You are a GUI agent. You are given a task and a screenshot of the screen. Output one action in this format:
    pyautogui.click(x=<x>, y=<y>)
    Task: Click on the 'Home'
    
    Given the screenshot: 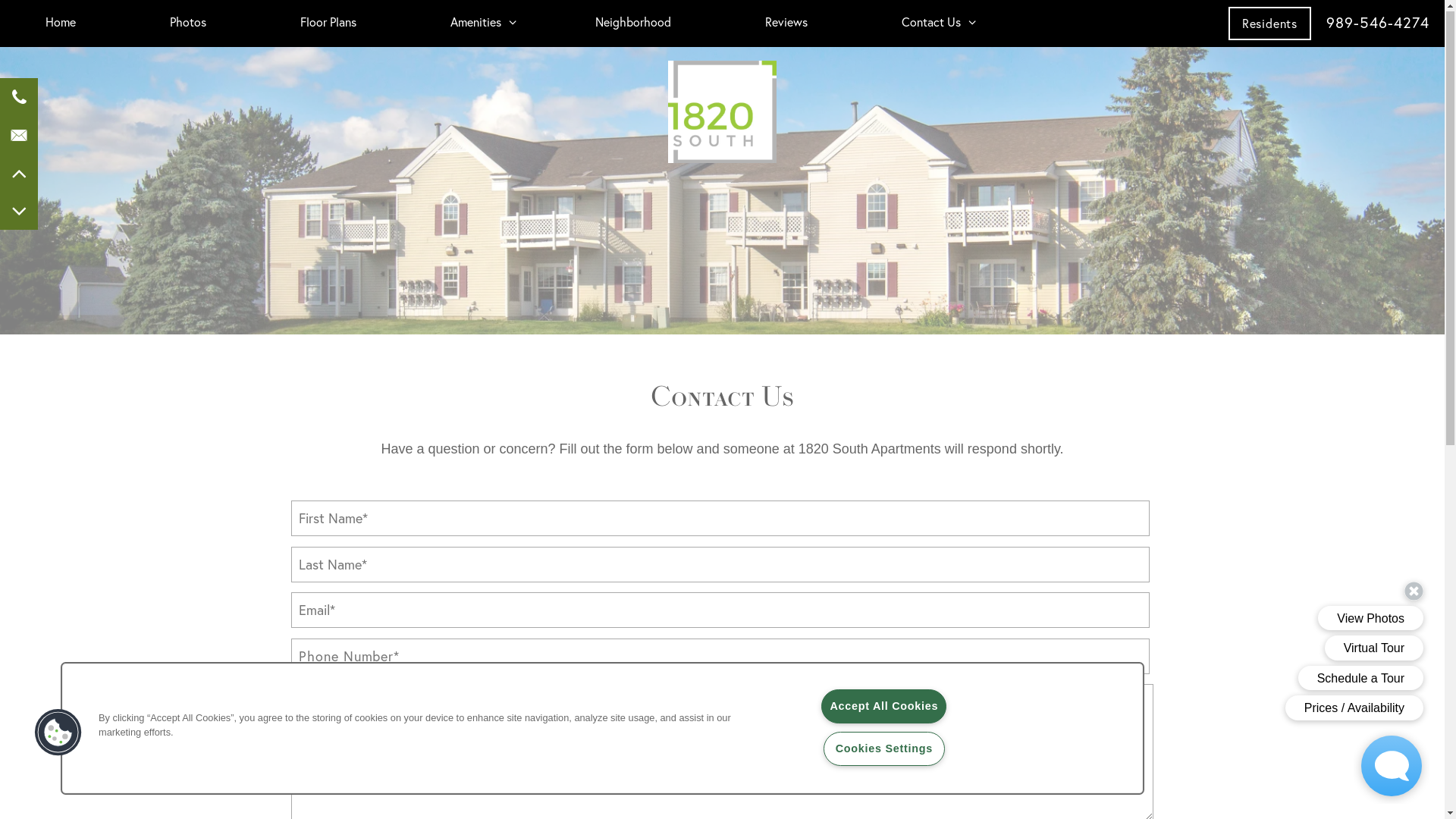 What is the action you would take?
    pyautogui.click(x=30, y=23)
    